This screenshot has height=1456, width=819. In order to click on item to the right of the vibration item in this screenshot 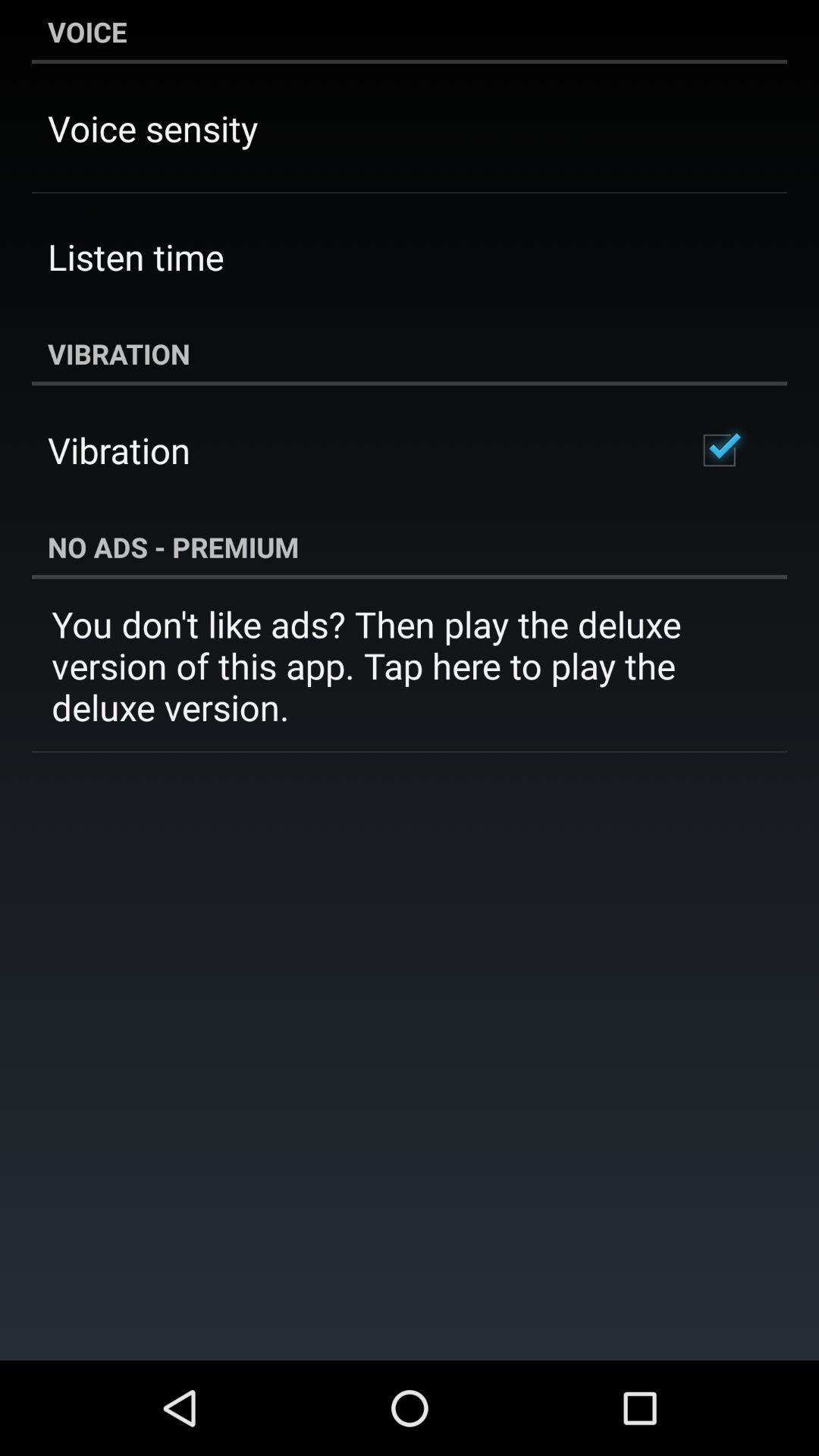, I will do `click(718, 450)`.